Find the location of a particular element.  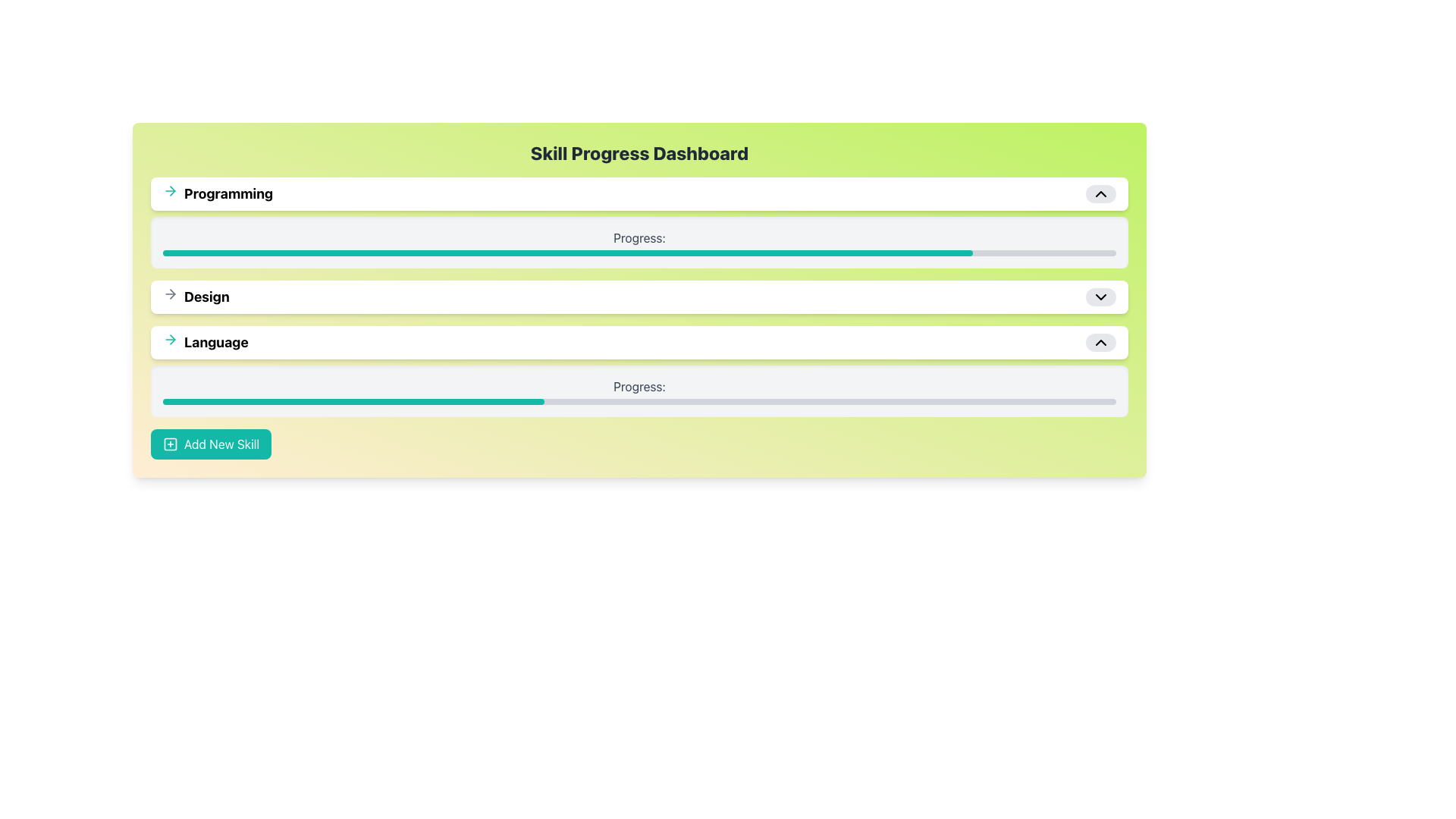

the rightward arrow icon styled in teal with a thin outline, located to the left of the 'Language' label is located at coordinates (171, 338).